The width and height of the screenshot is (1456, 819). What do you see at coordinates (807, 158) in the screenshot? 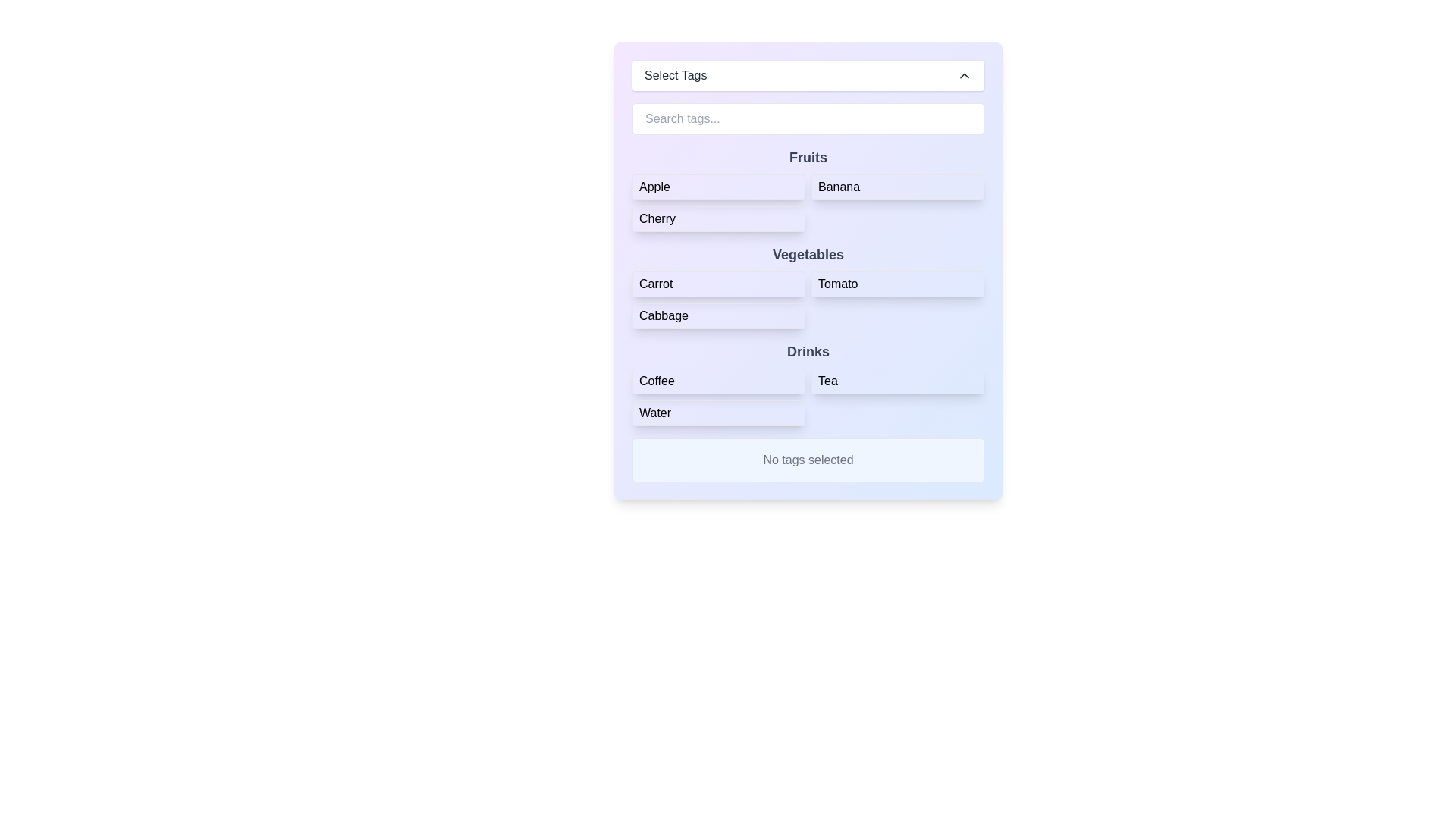
I see `the 'Fruits' section header text label located in the upper-middle section of the interface, which groups the items below it` at bounding box center [807, 158].